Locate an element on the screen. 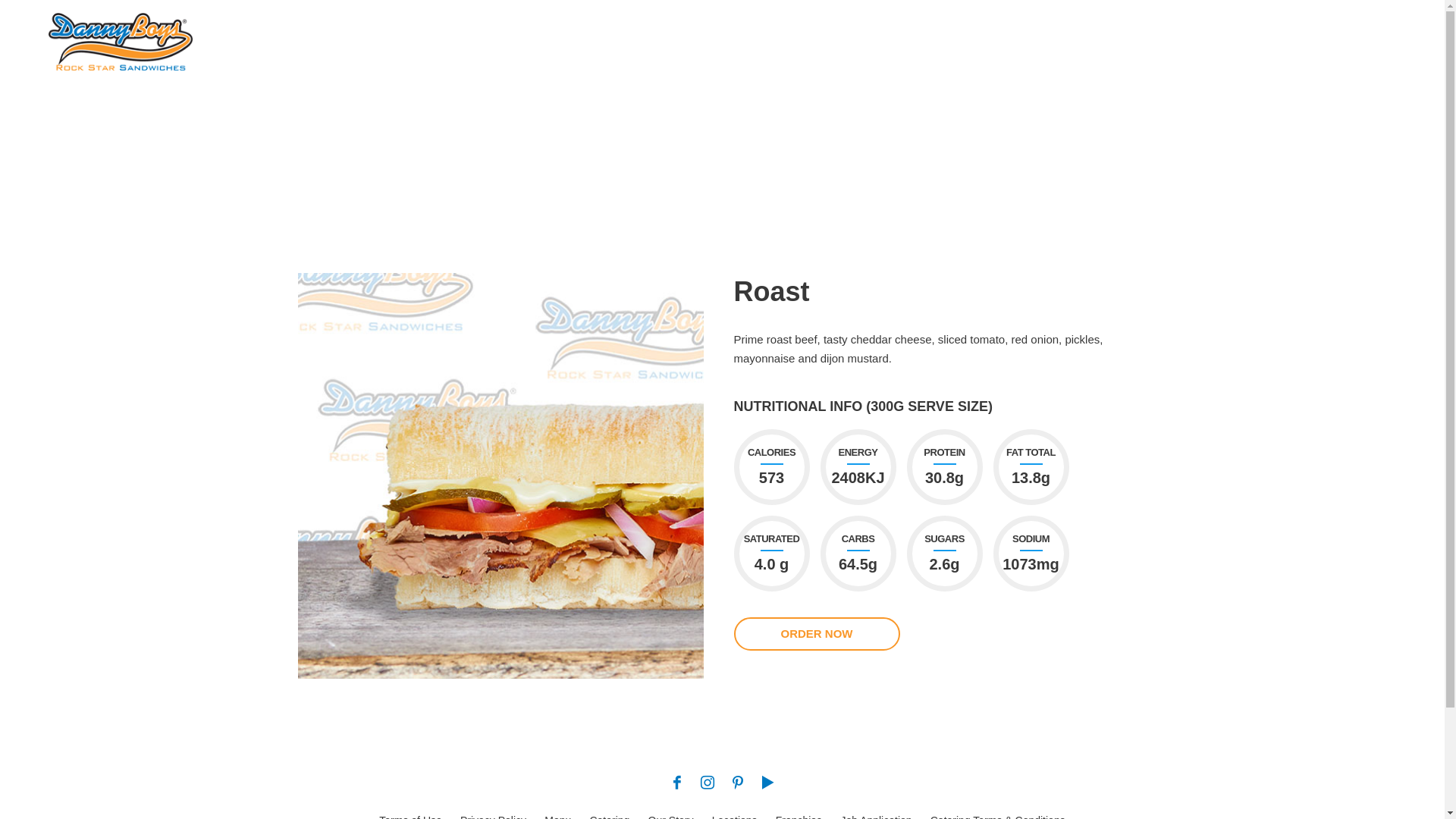 This screenshot has height=819, width=1456. 'ORDER NOW' is located at coordinates (816, 634).